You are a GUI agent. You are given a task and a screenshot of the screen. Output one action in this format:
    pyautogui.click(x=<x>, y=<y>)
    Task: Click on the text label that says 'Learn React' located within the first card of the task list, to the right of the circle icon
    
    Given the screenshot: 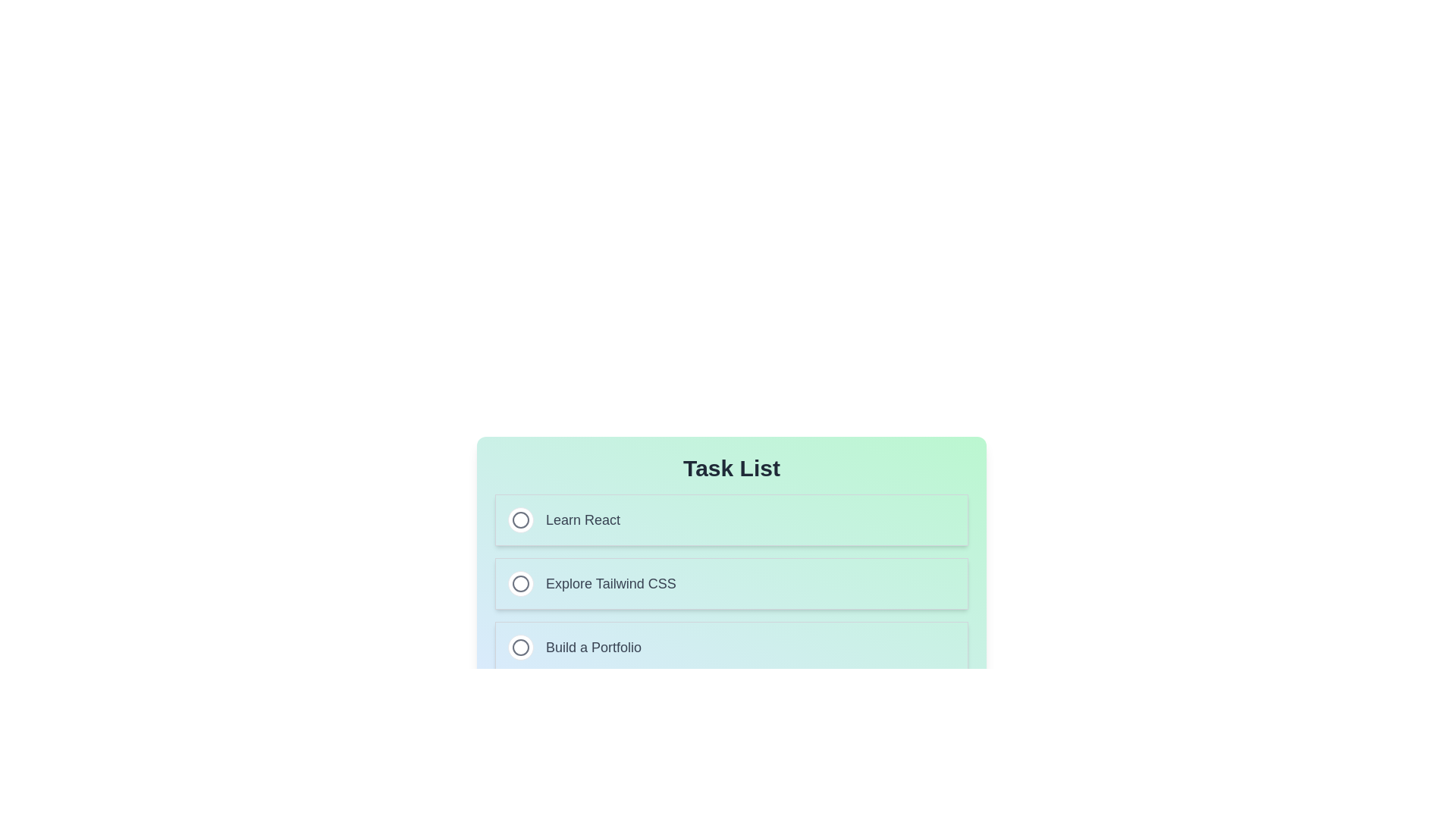 What is the action you would take?
    pyautogui.click(x=582, y=519)
    